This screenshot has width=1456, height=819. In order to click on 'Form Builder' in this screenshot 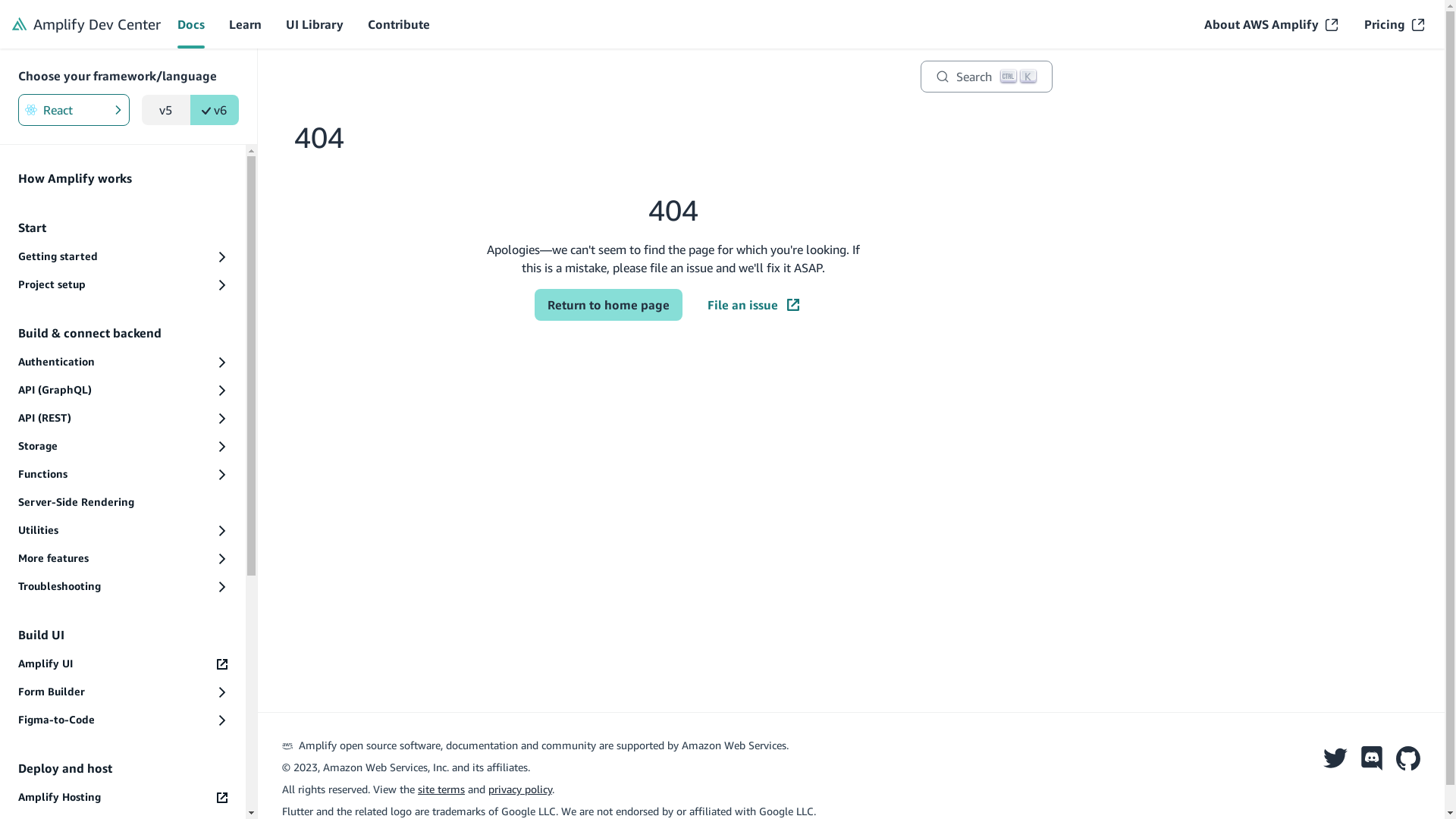, I will do `click(123, 692)`.